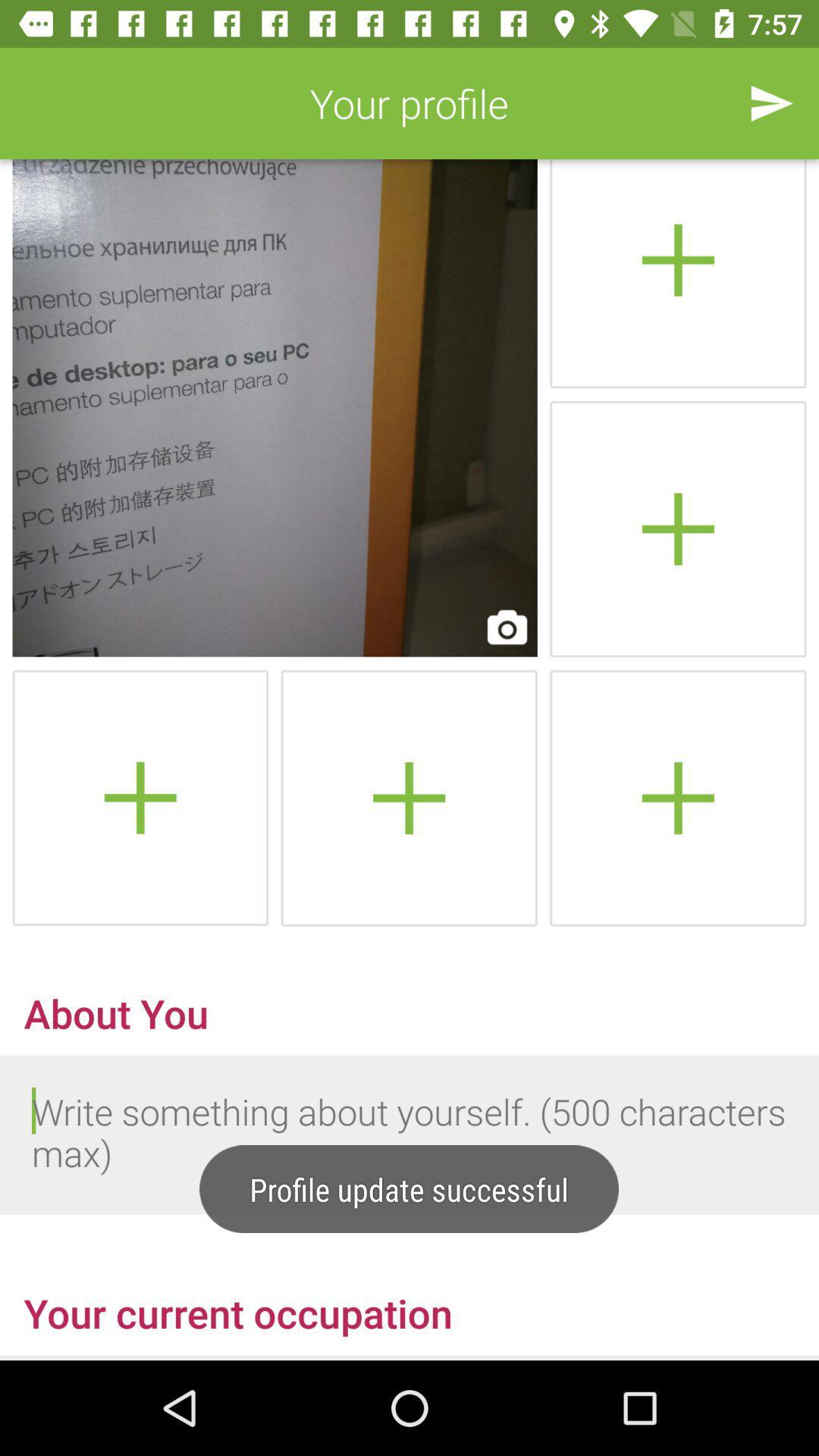 The image size is (819, 1456). What do you see at coordinates (140, 797) in the screenshot?
I see `a photo` at bounding box center [140, 797].